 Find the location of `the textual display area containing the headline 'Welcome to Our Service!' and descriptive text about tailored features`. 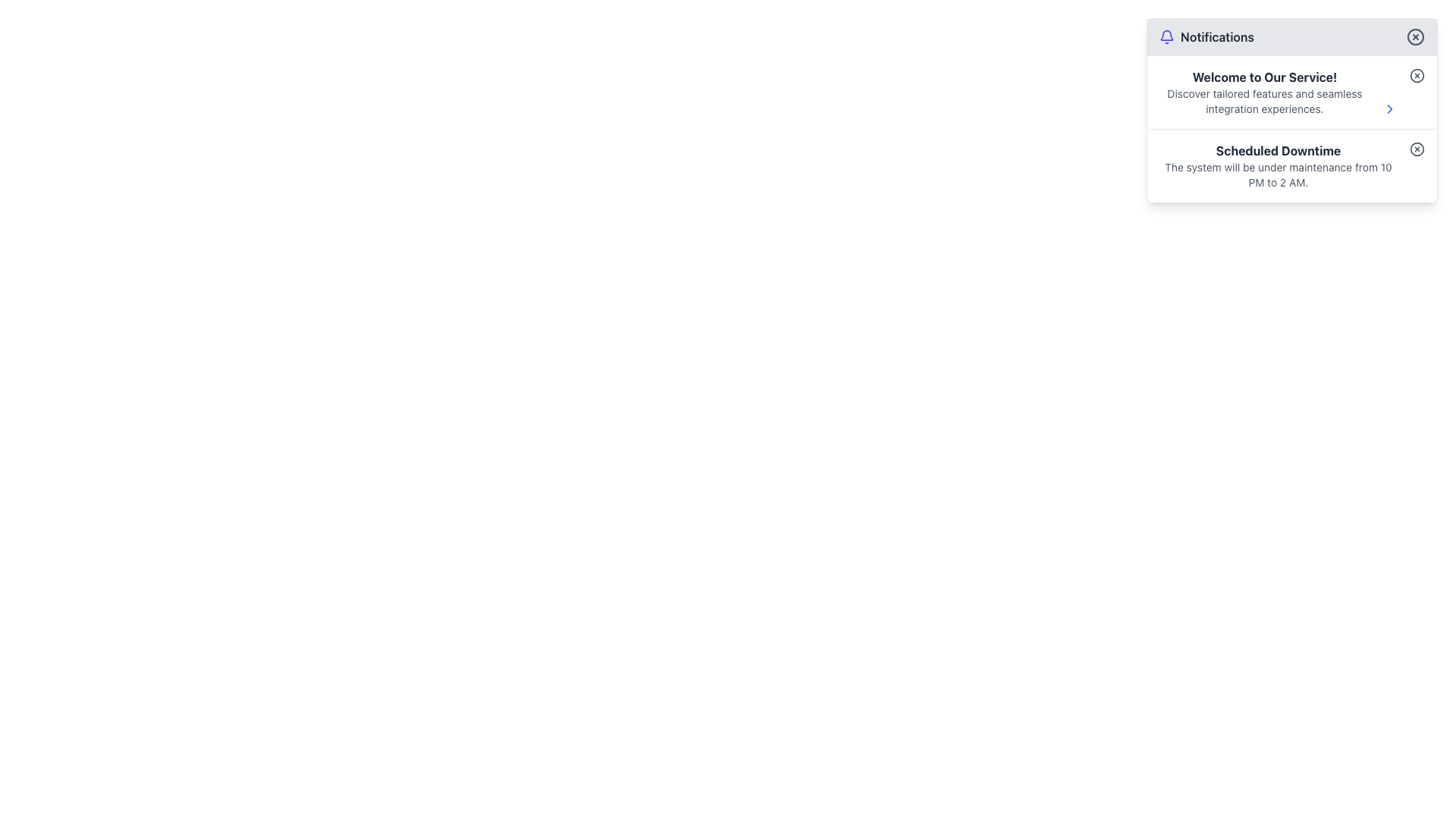

the textual display area containing the headline 'Welcome to Our Service!' and descriptive text about tailored features is located at coordinates (1265, 93).